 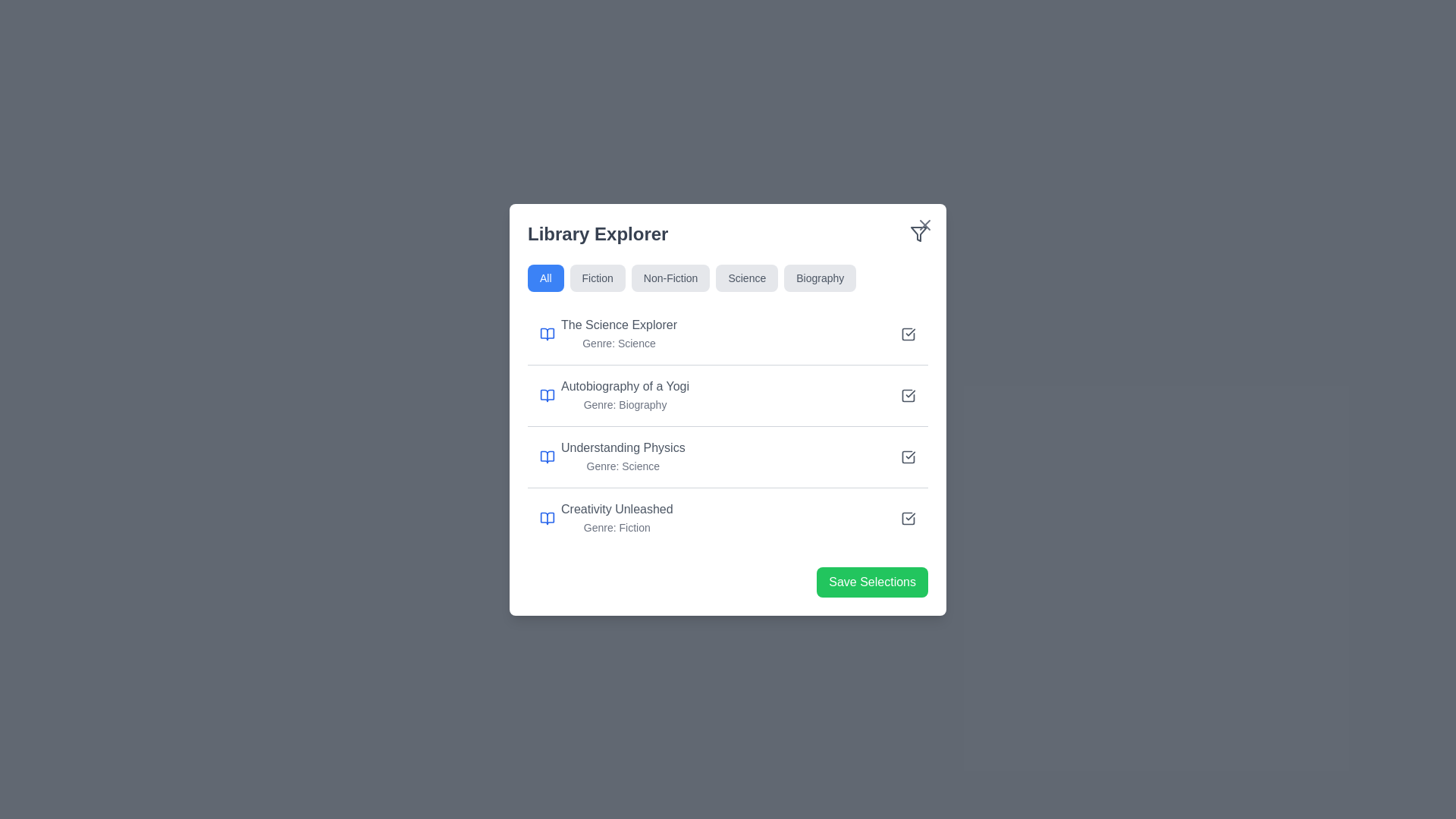 I want to click on the filter icon located at the top-right corner of the 'Library Explorer' header, so click(x=918, y=234).